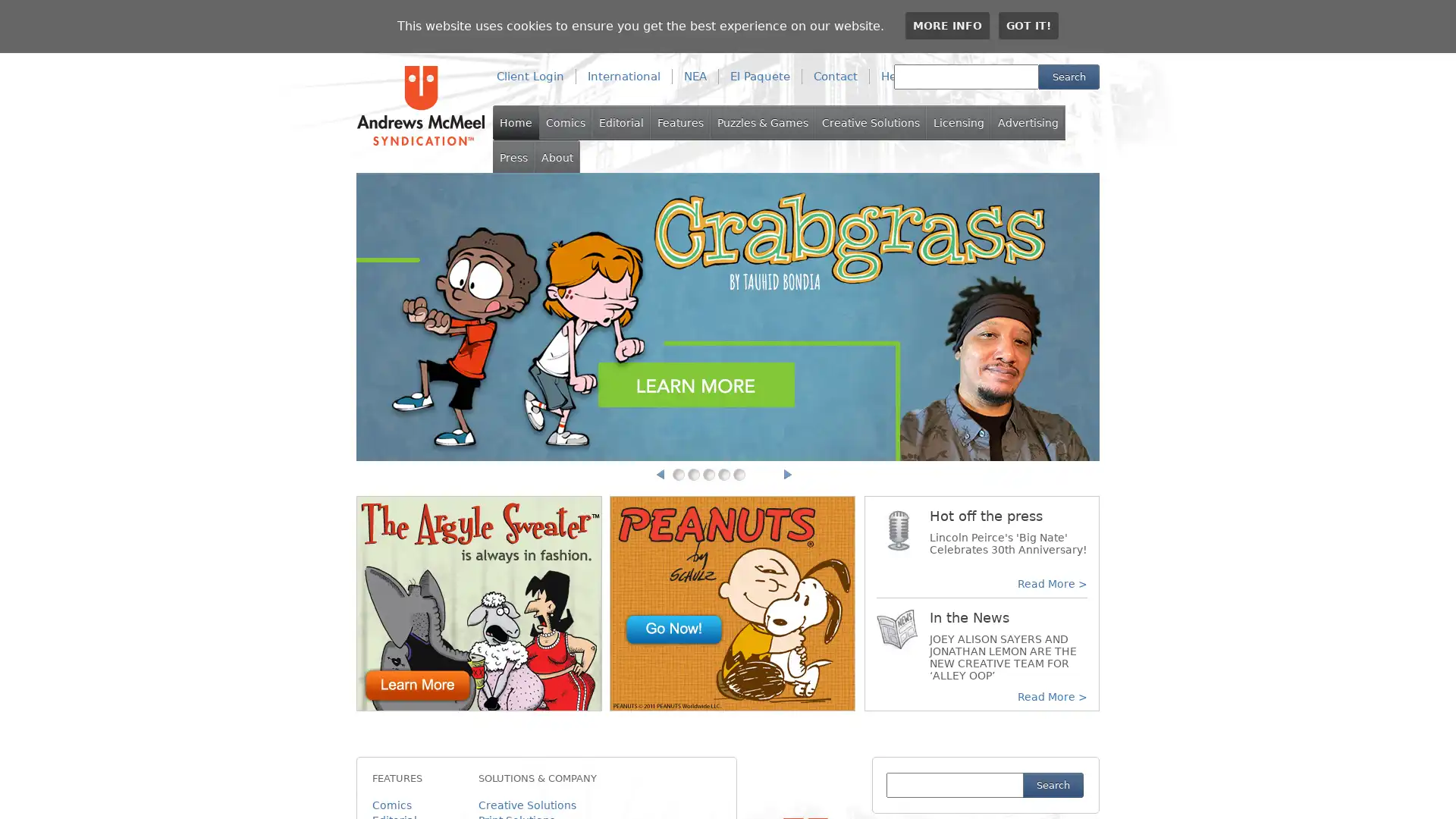  Describe the element at coordinates (1052, 785) in the screenshot. I see `Search` at that location.